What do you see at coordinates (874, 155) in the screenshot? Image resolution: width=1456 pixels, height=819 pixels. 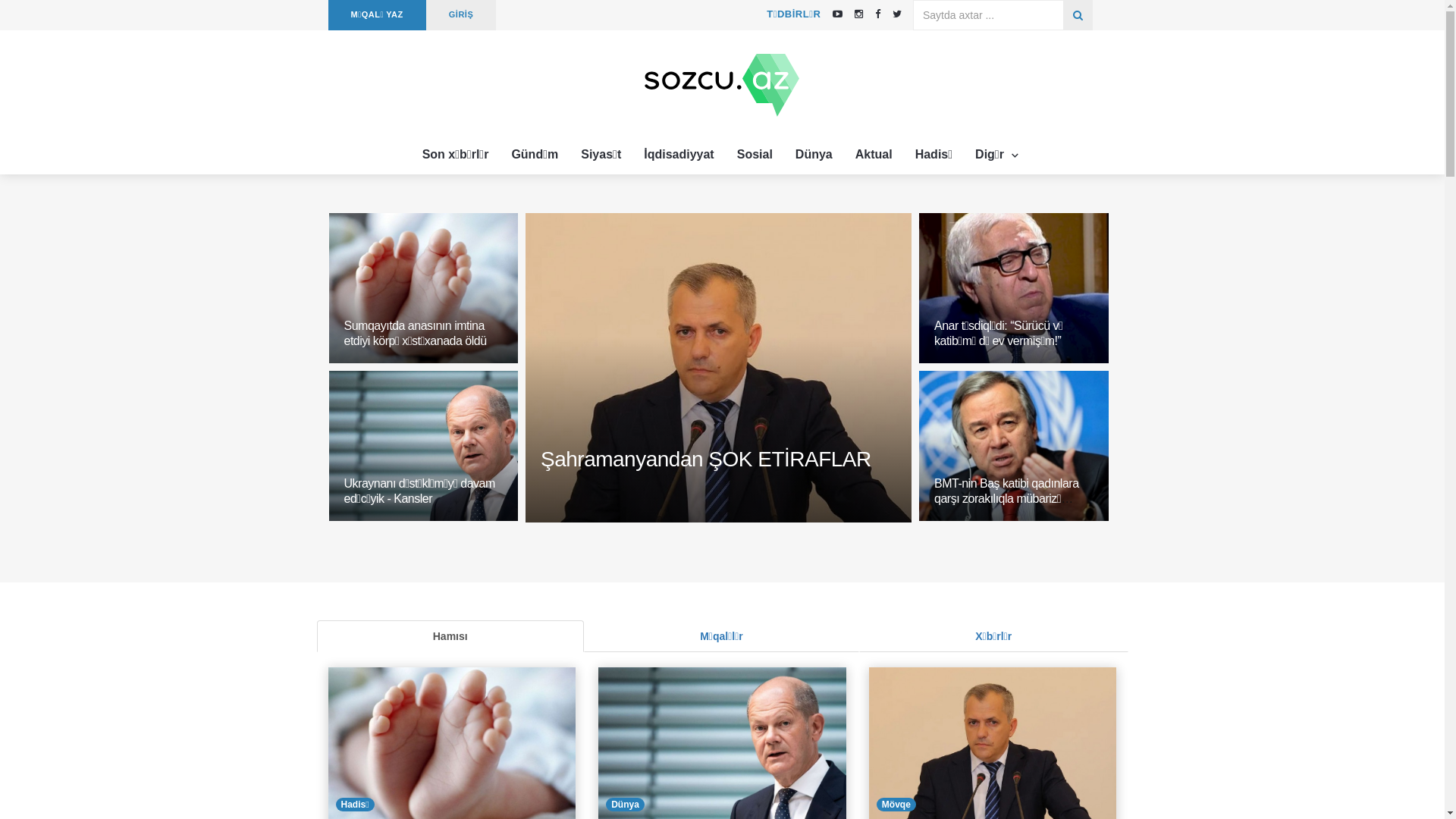 I see `'Aktual'` at bounding box center [874, 155].